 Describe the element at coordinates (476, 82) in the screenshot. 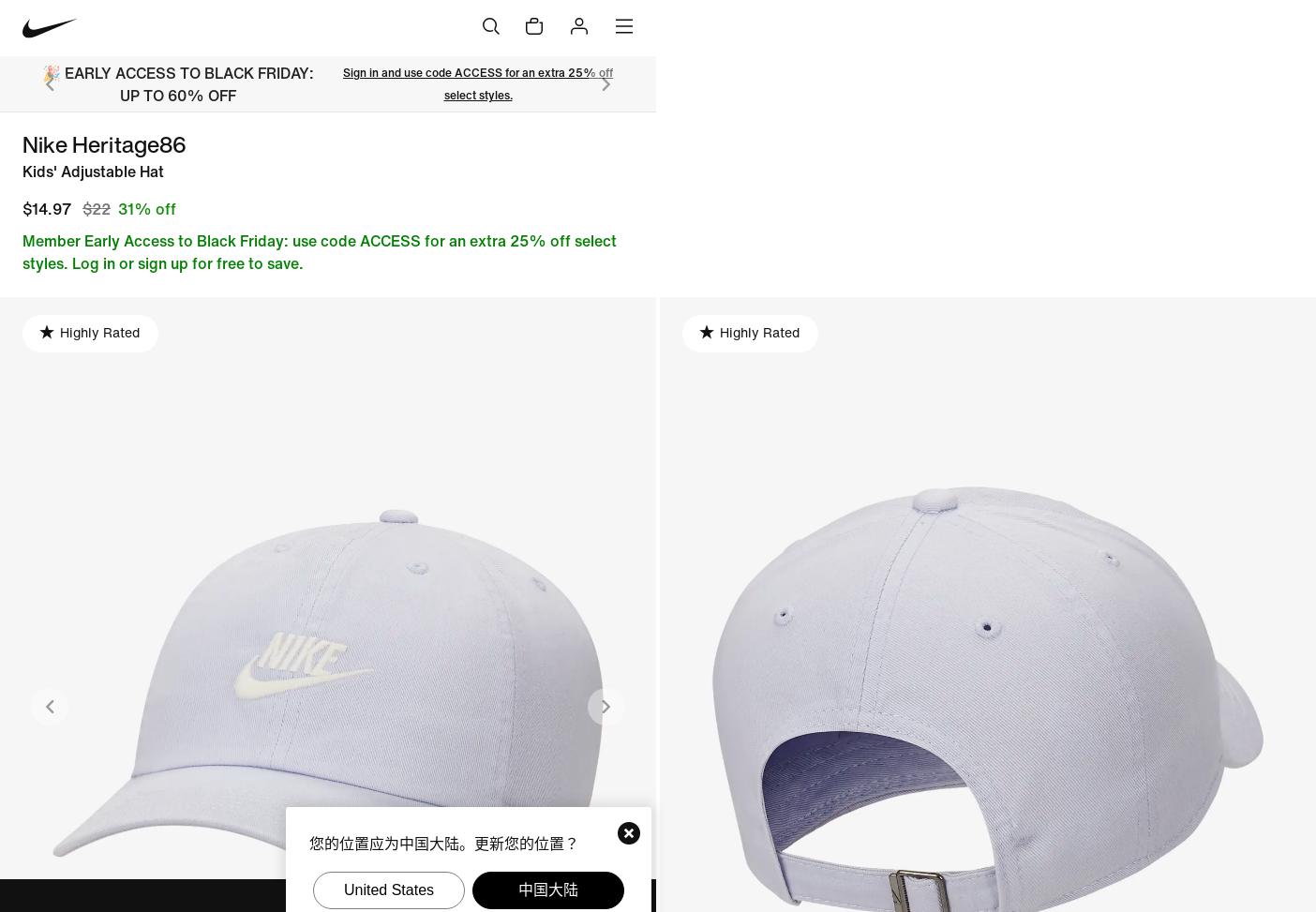

I see `'Sign in and use code ACCESS for an extra 25% off select styles.'` at that location.